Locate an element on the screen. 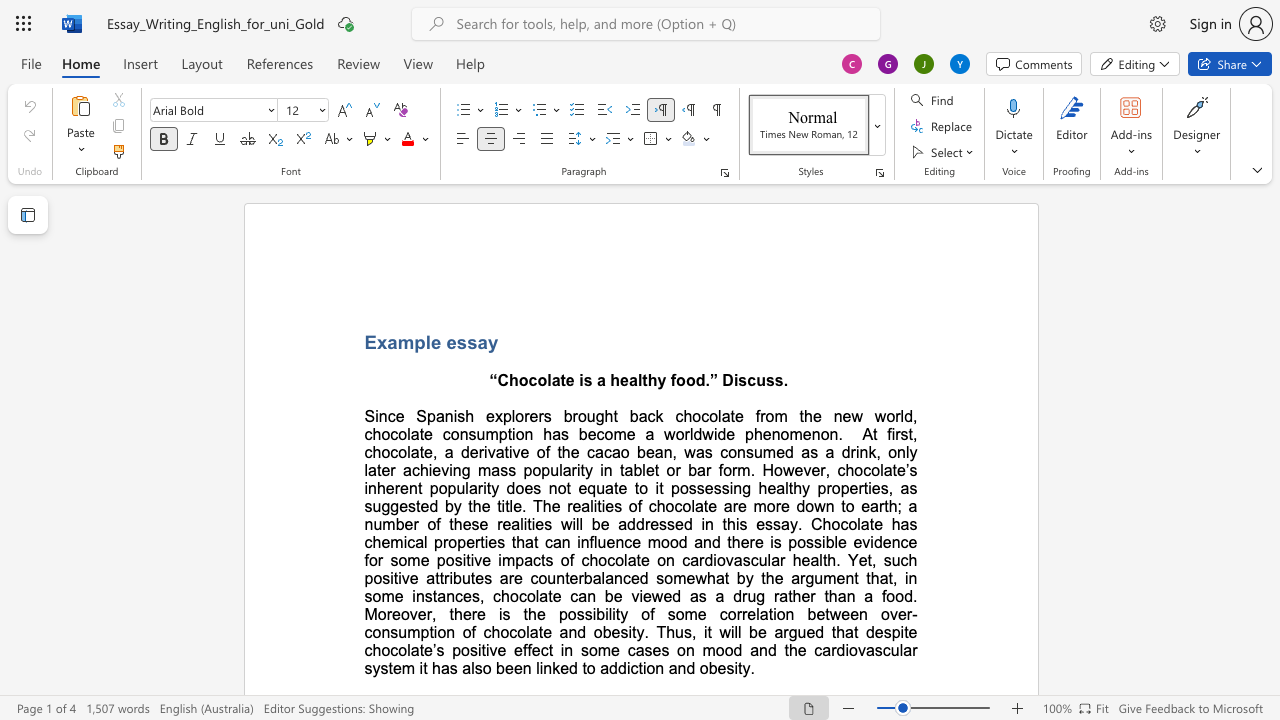 The width and height of the screenshot is (1280, 720). the space between the continuous character "t" and "h" in the text is located at coordinates (561, 452).